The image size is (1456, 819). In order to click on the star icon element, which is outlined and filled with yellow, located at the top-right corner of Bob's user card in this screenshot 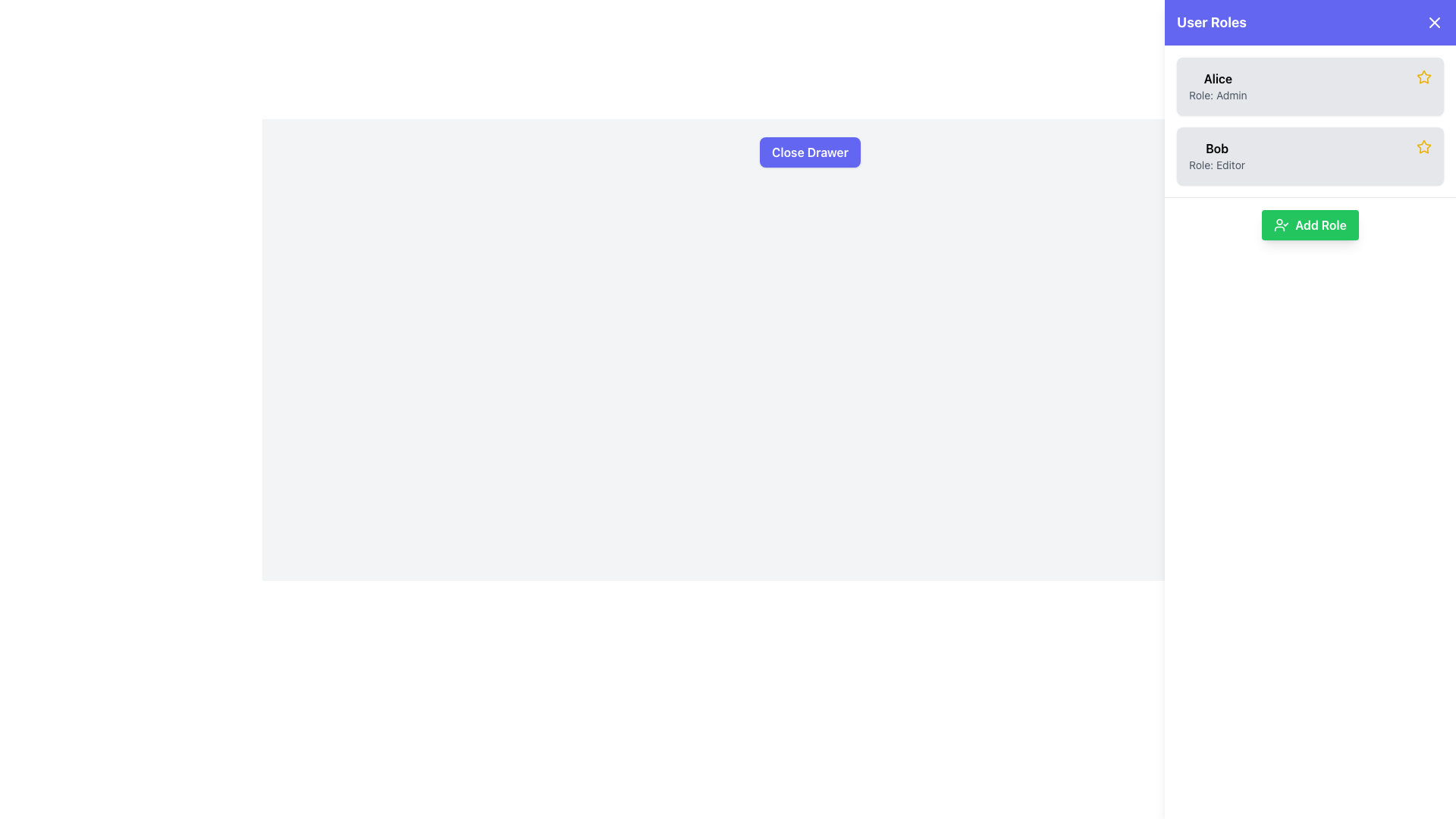, I will do `click(1423, 146)`.